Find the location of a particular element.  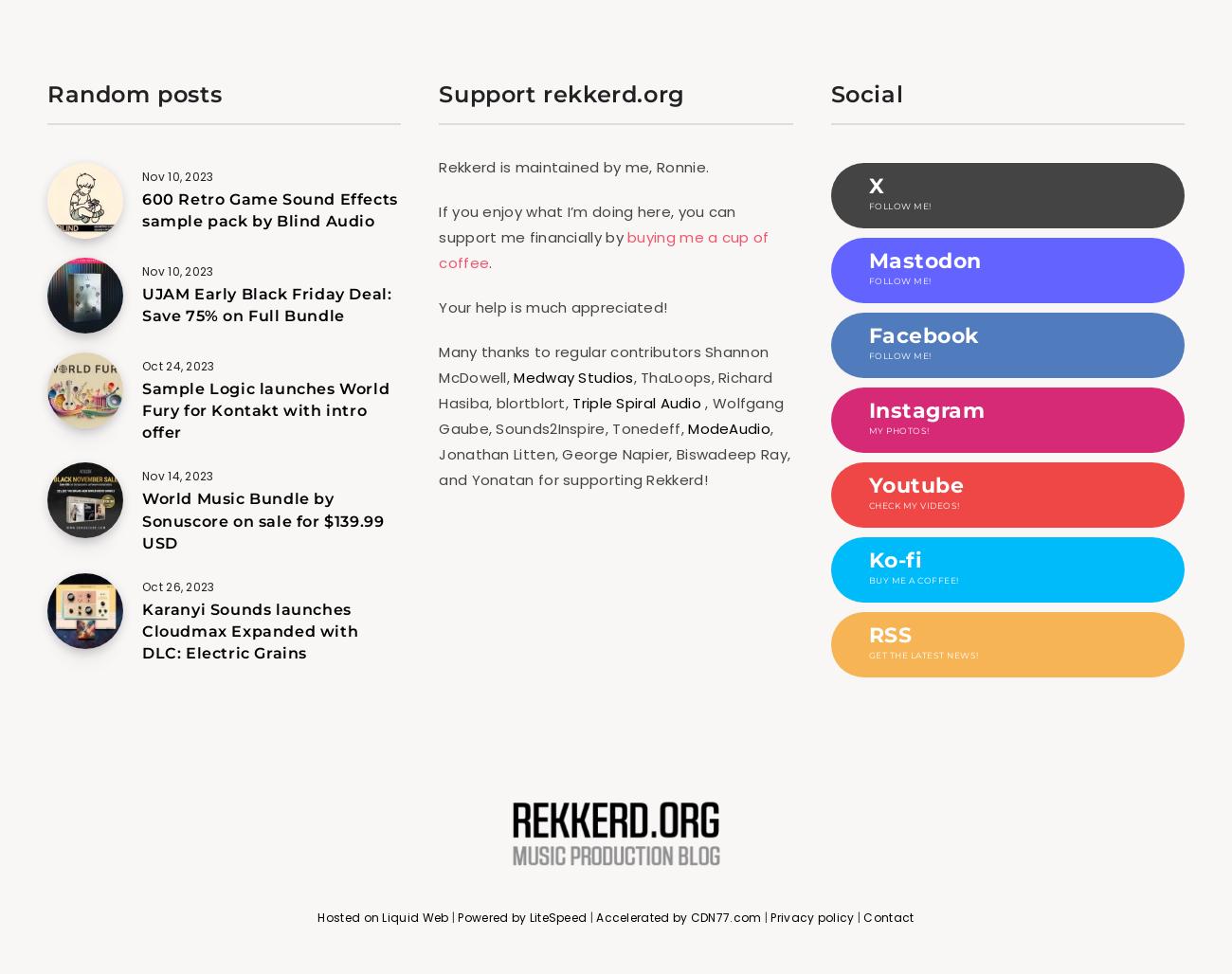

'My photos!' is located at coordinates (897, 429).